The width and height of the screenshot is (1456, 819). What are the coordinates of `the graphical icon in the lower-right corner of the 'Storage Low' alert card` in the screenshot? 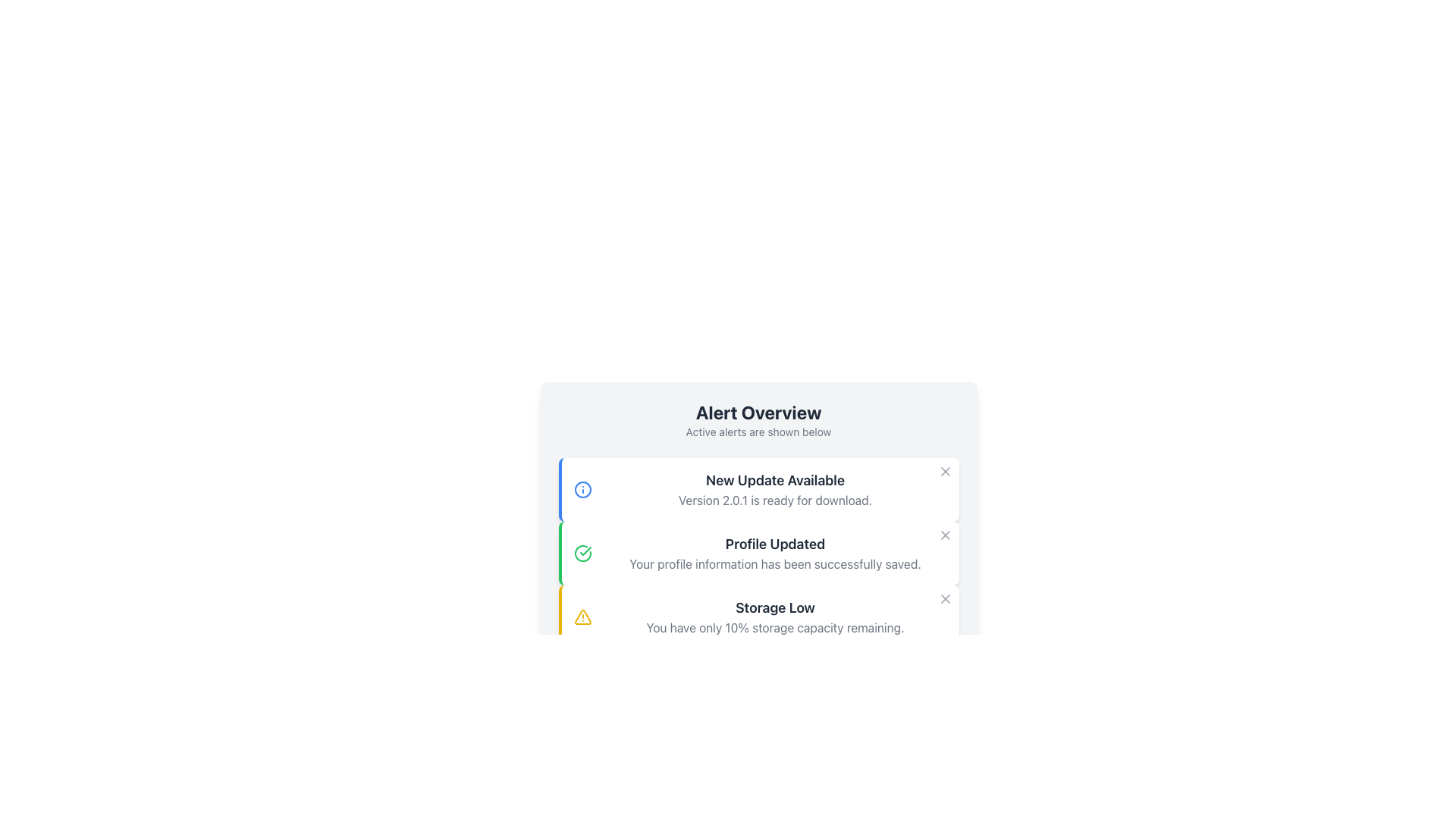 It's located at (944, 598).